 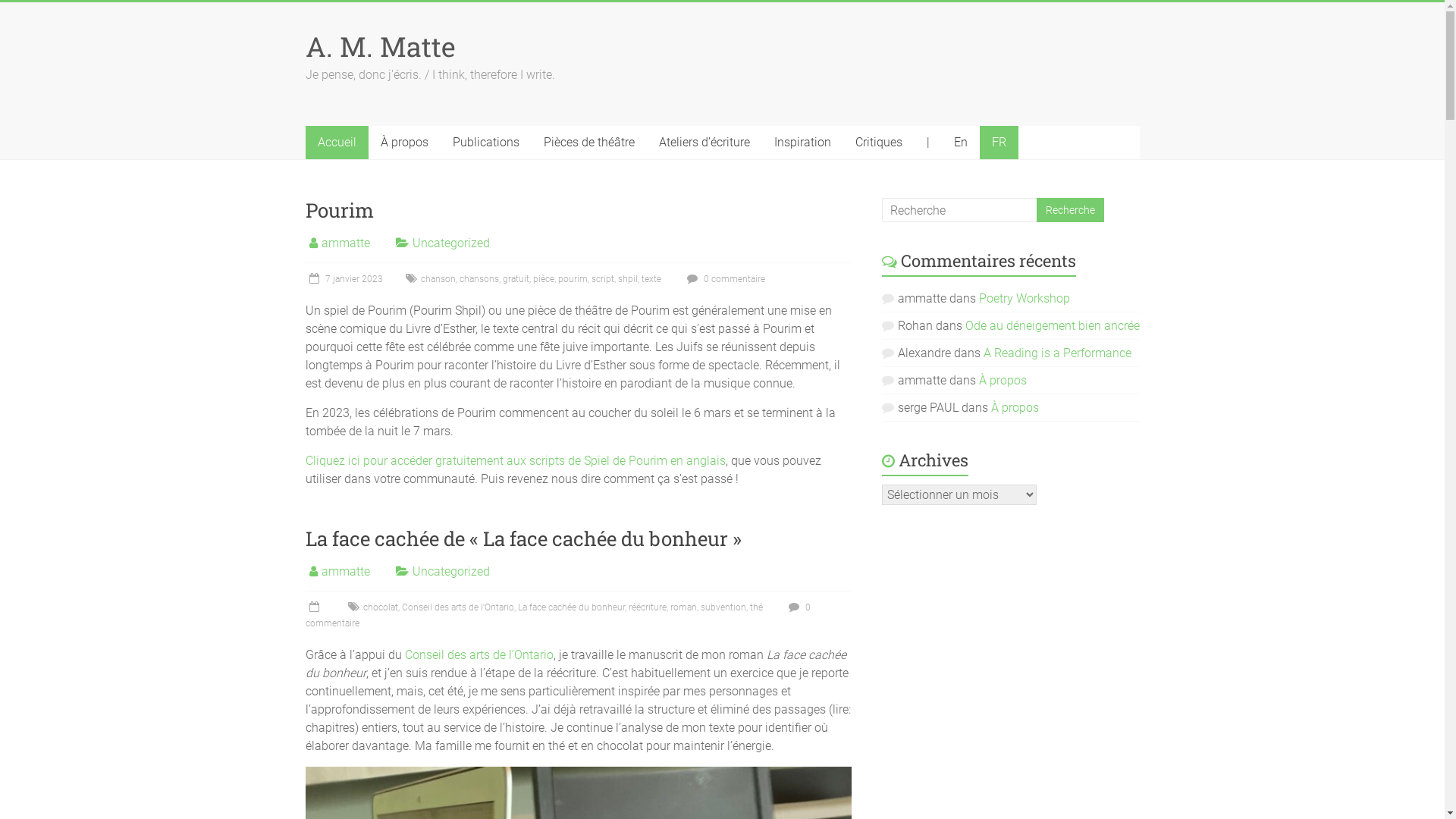 I want to click on 'Uncategorized', so click(x=450, y=242).